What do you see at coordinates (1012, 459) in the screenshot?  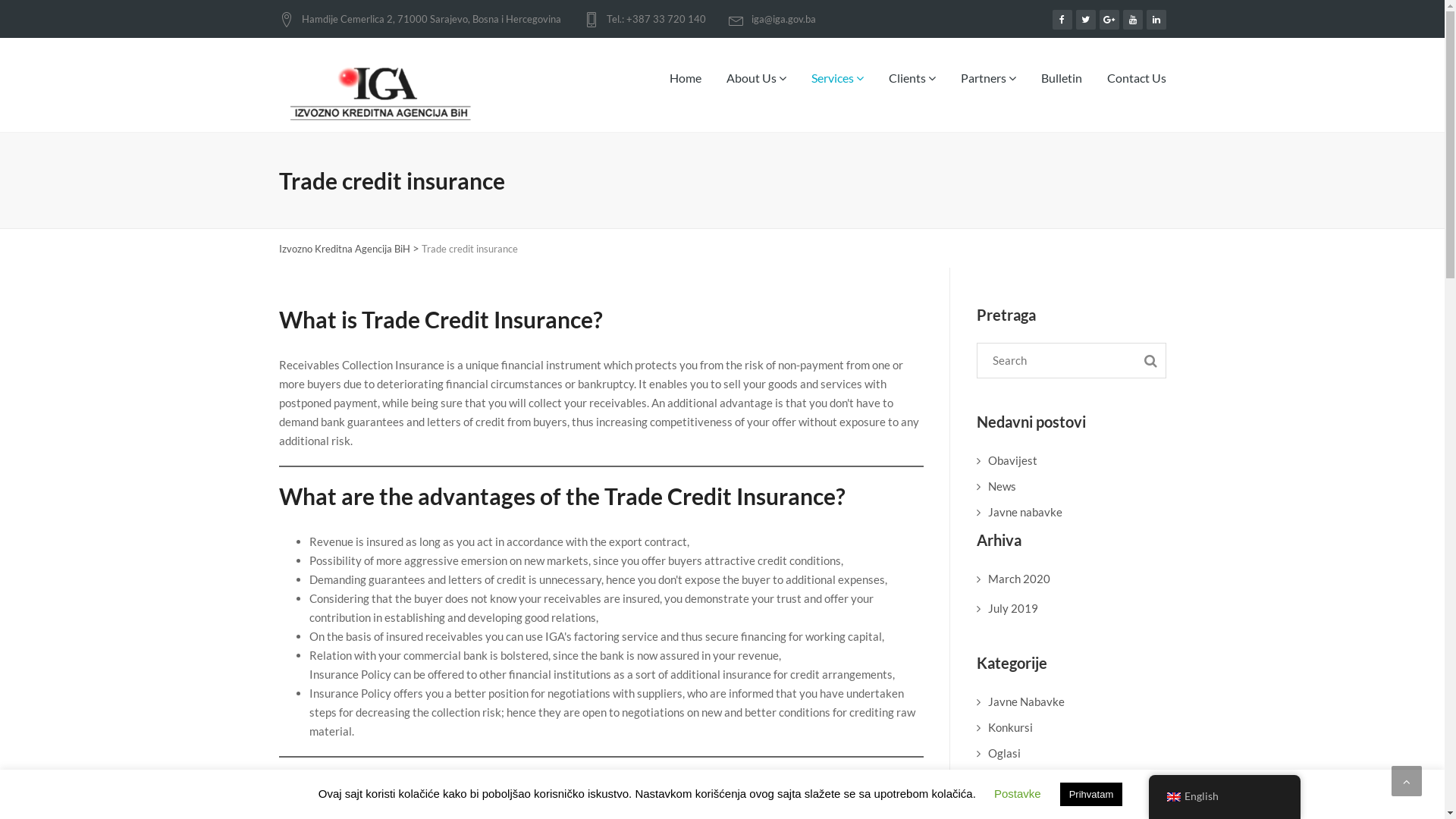 I see `'Obavijest'` at bounding box center [1012, 459].